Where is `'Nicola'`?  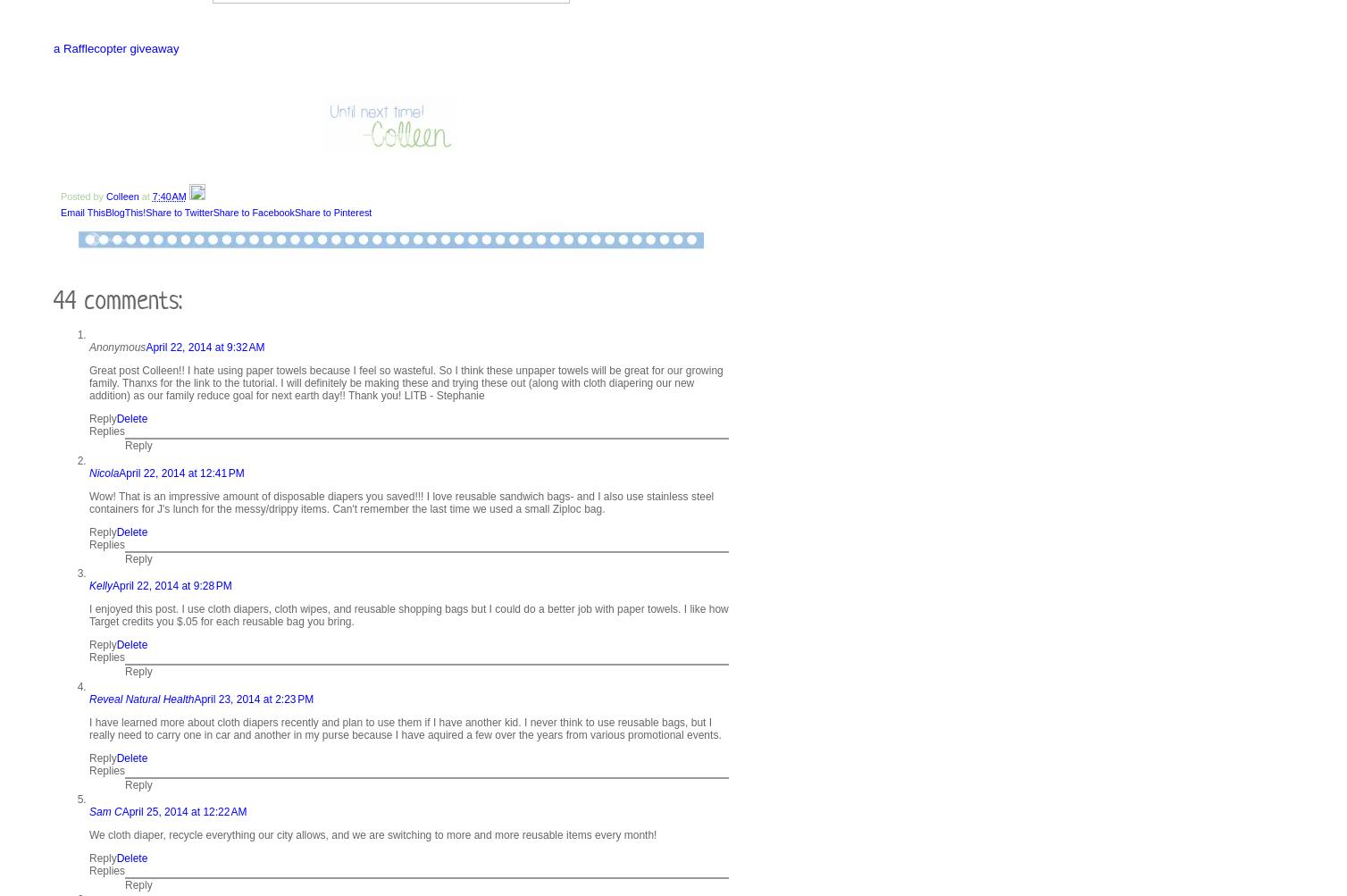
'Nicola' is located at coordinates (88, 471).